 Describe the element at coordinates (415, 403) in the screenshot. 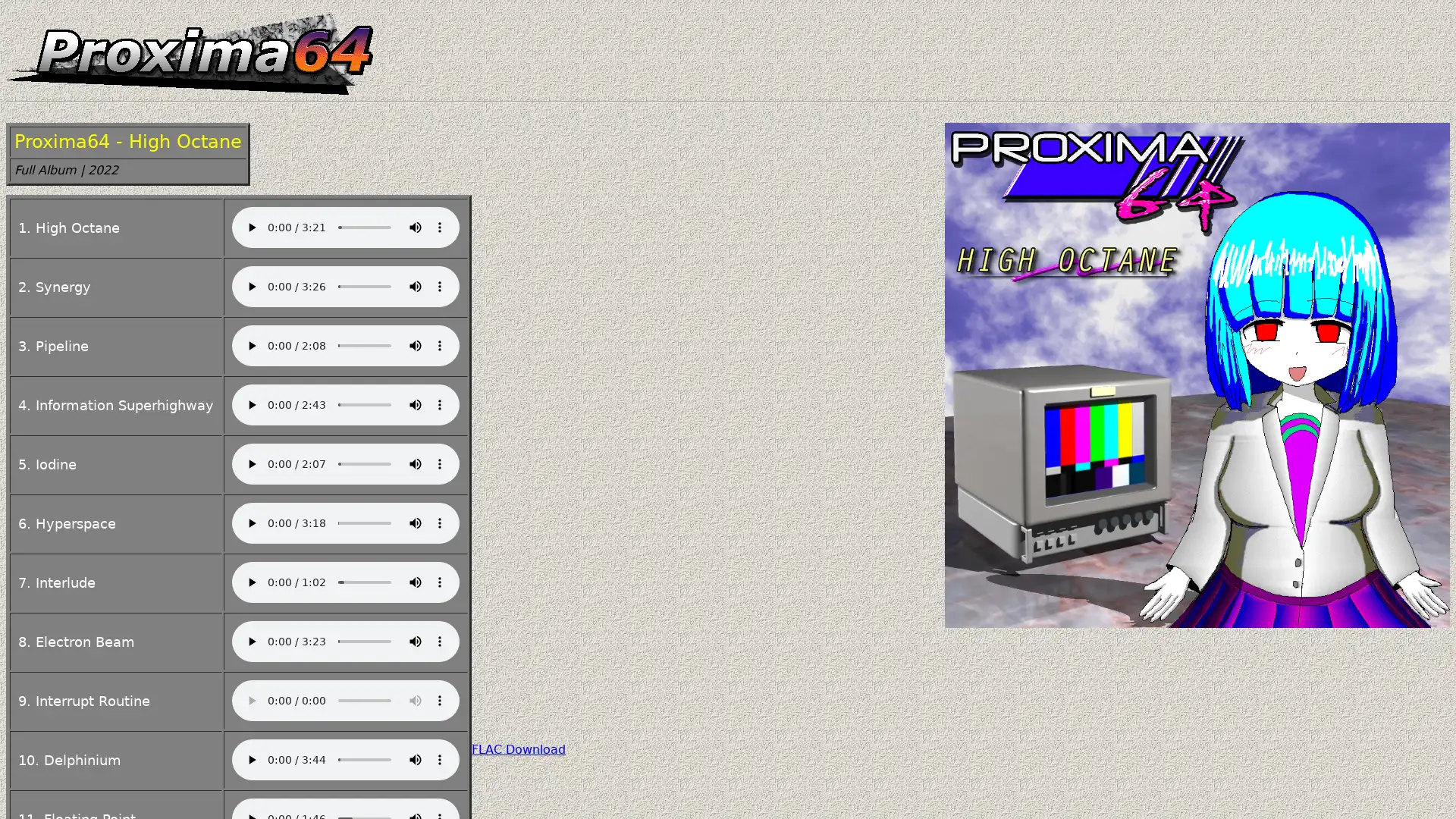

I see `mute` at that location.